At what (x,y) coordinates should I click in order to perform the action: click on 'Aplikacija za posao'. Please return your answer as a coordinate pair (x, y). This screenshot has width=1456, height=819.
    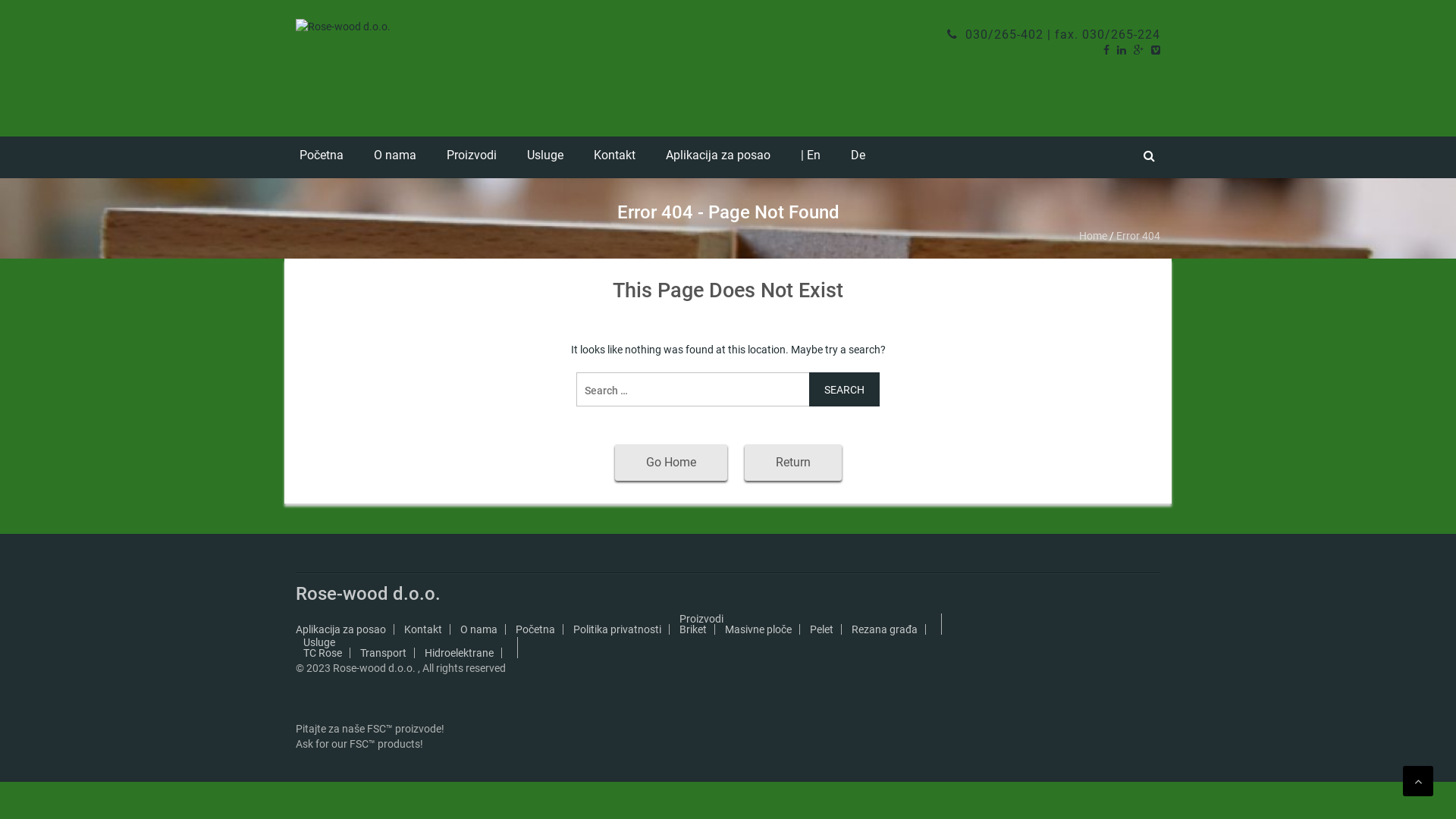
    Looking at the image, I should click on (340, 629).